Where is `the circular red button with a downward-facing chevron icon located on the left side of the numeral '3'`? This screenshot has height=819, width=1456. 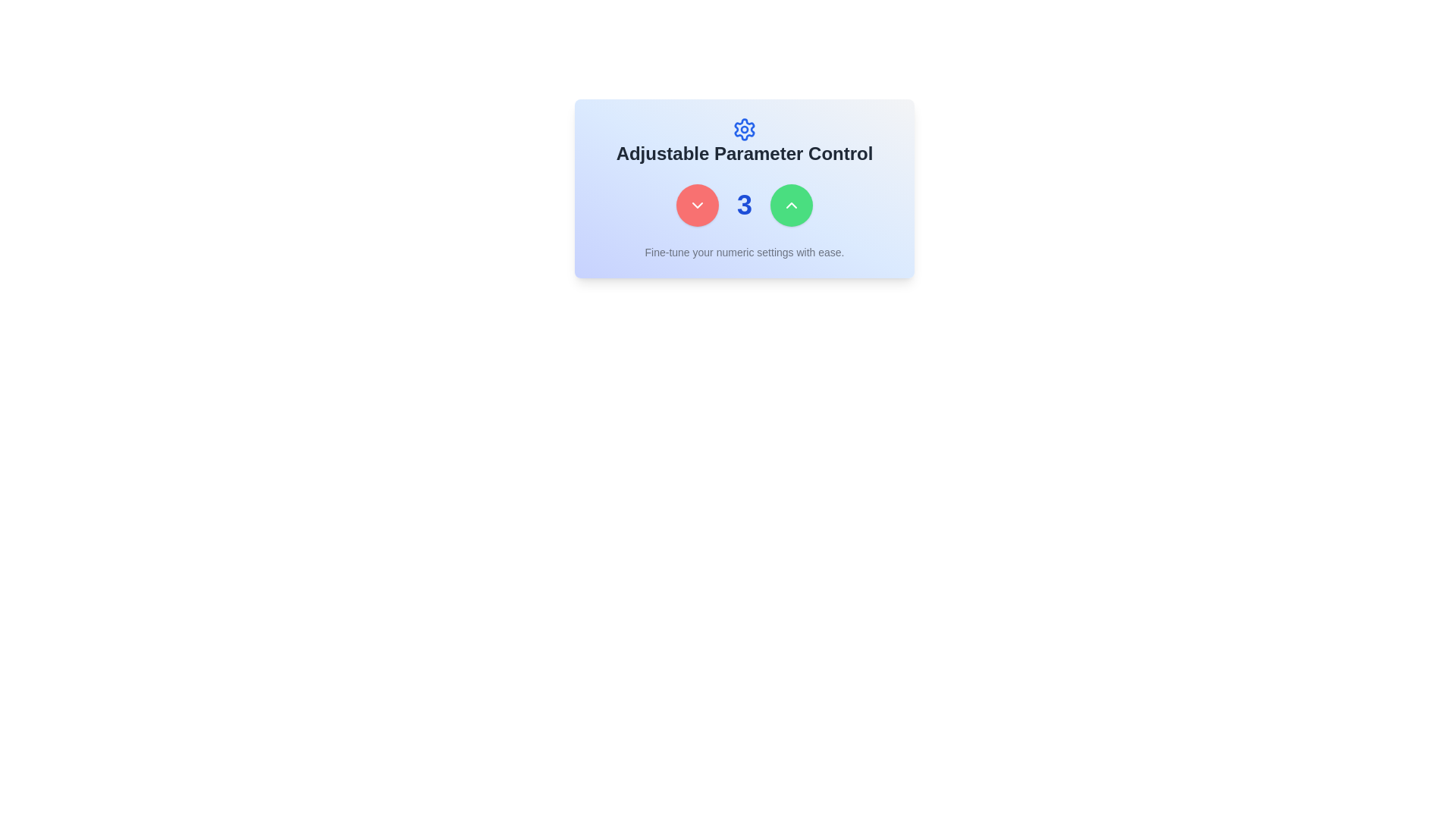
the circular red button with a downward-facing chevron icon located on the left side of the numeral '3' is located at coordinates (697, 205).